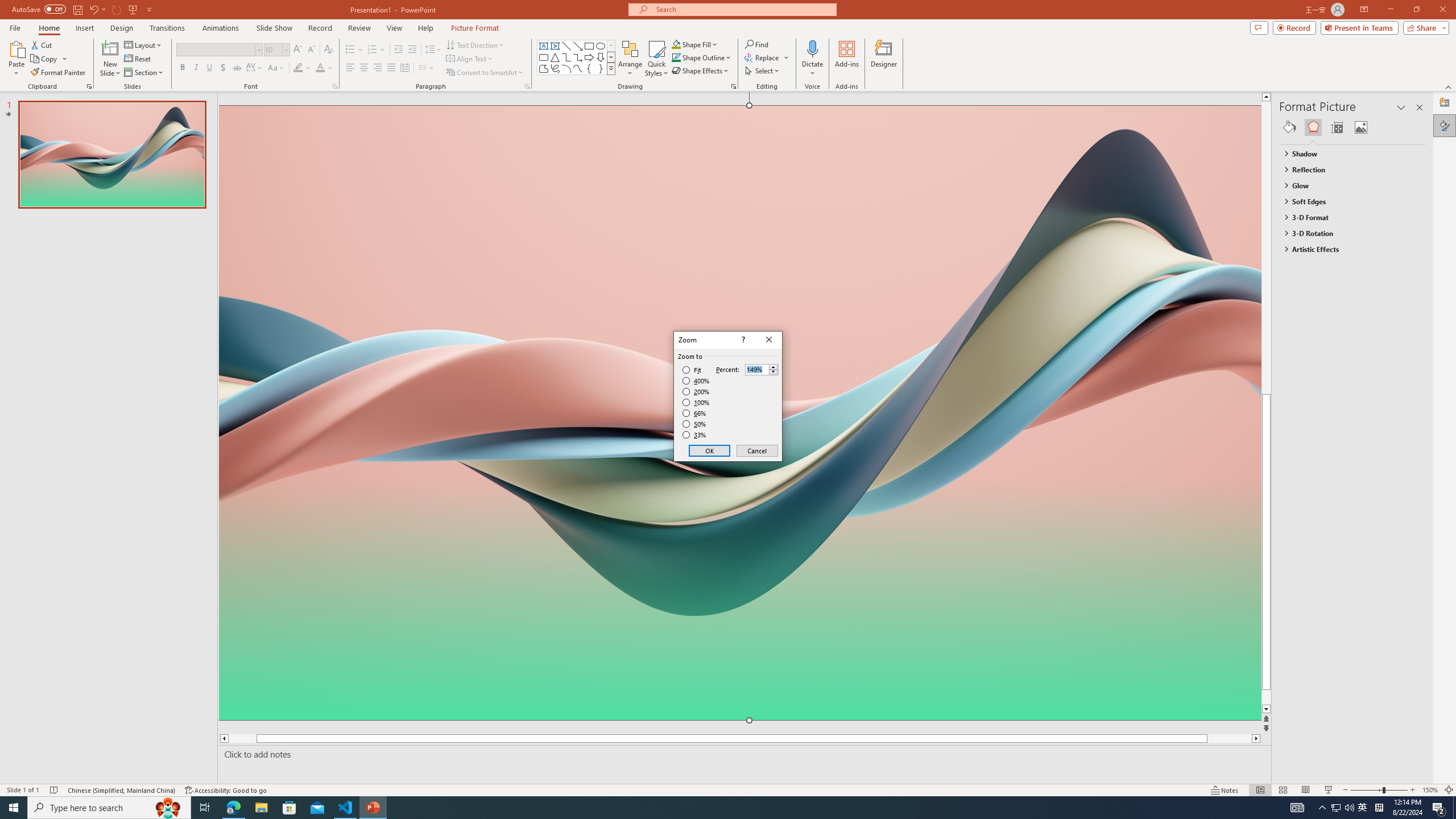  What do you see at coordinates (763, 56) in the screenshot?
I see `'Replace...'` at bounding box center [763, 56].